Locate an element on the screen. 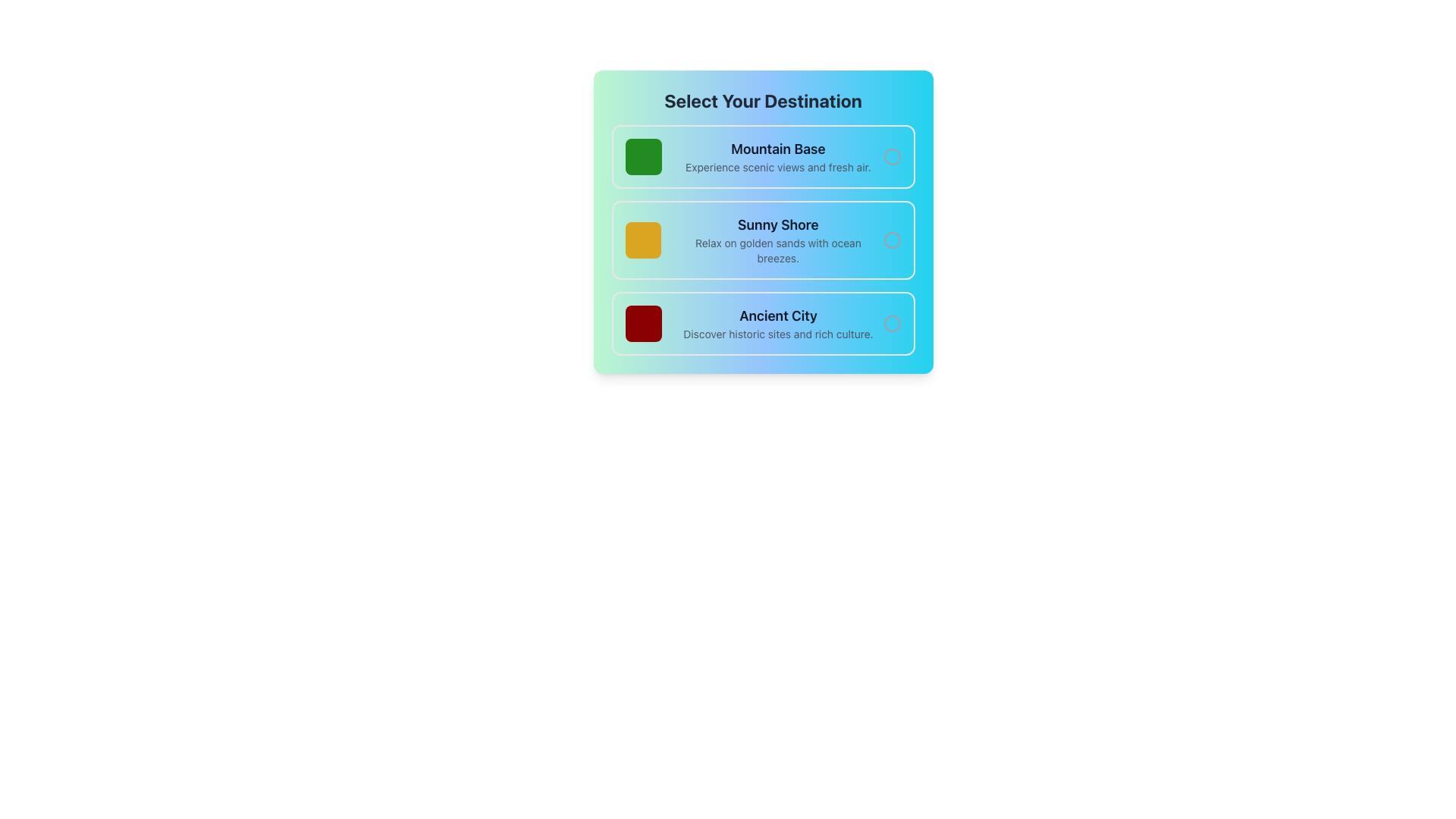  the 'Sunny Shore' option card is located at coordinates (763, 239).